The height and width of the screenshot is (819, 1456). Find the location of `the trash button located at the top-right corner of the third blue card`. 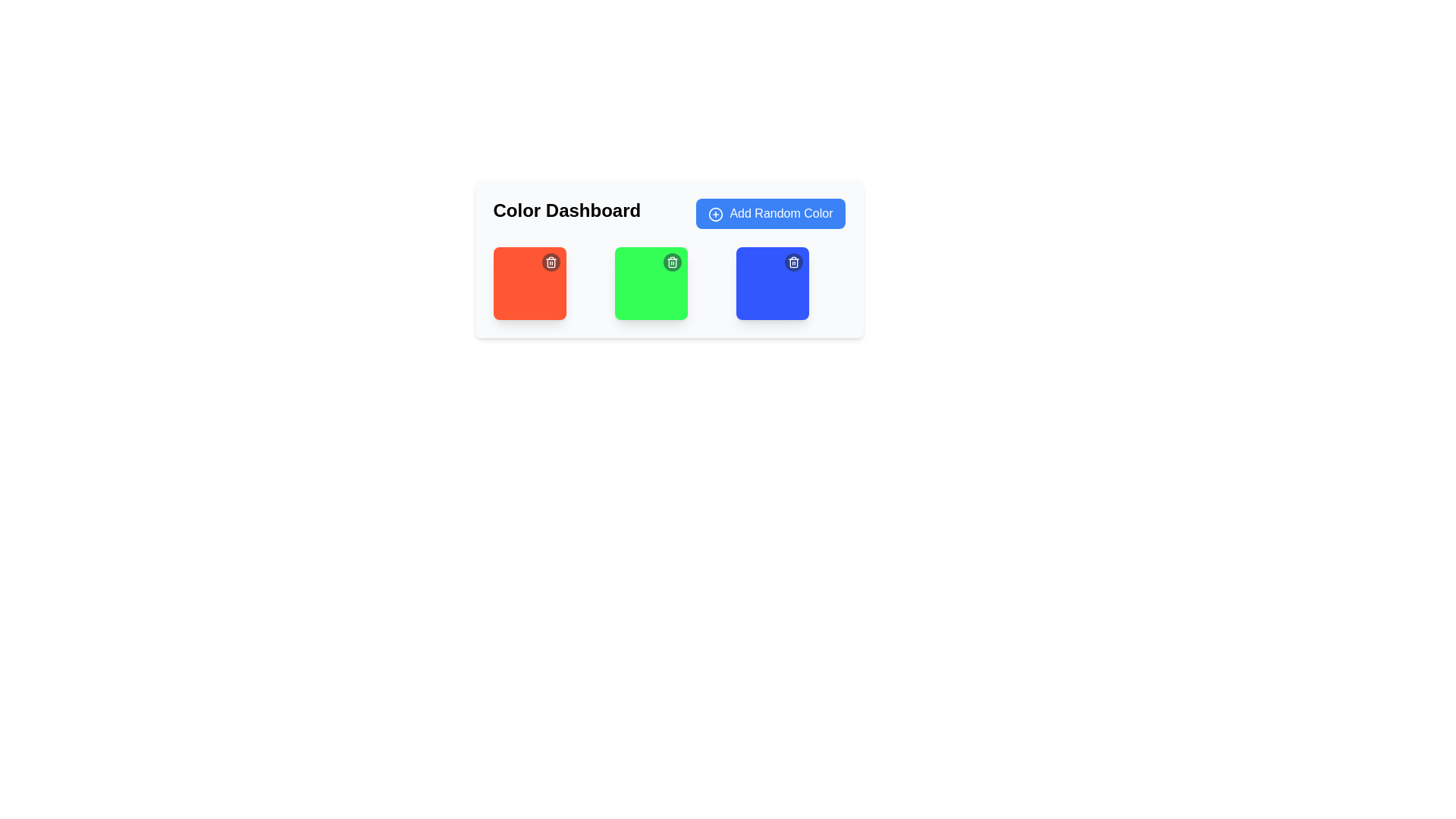

the trash button located at the top-right corner of the third blue card is located at coordinates (792, 262).